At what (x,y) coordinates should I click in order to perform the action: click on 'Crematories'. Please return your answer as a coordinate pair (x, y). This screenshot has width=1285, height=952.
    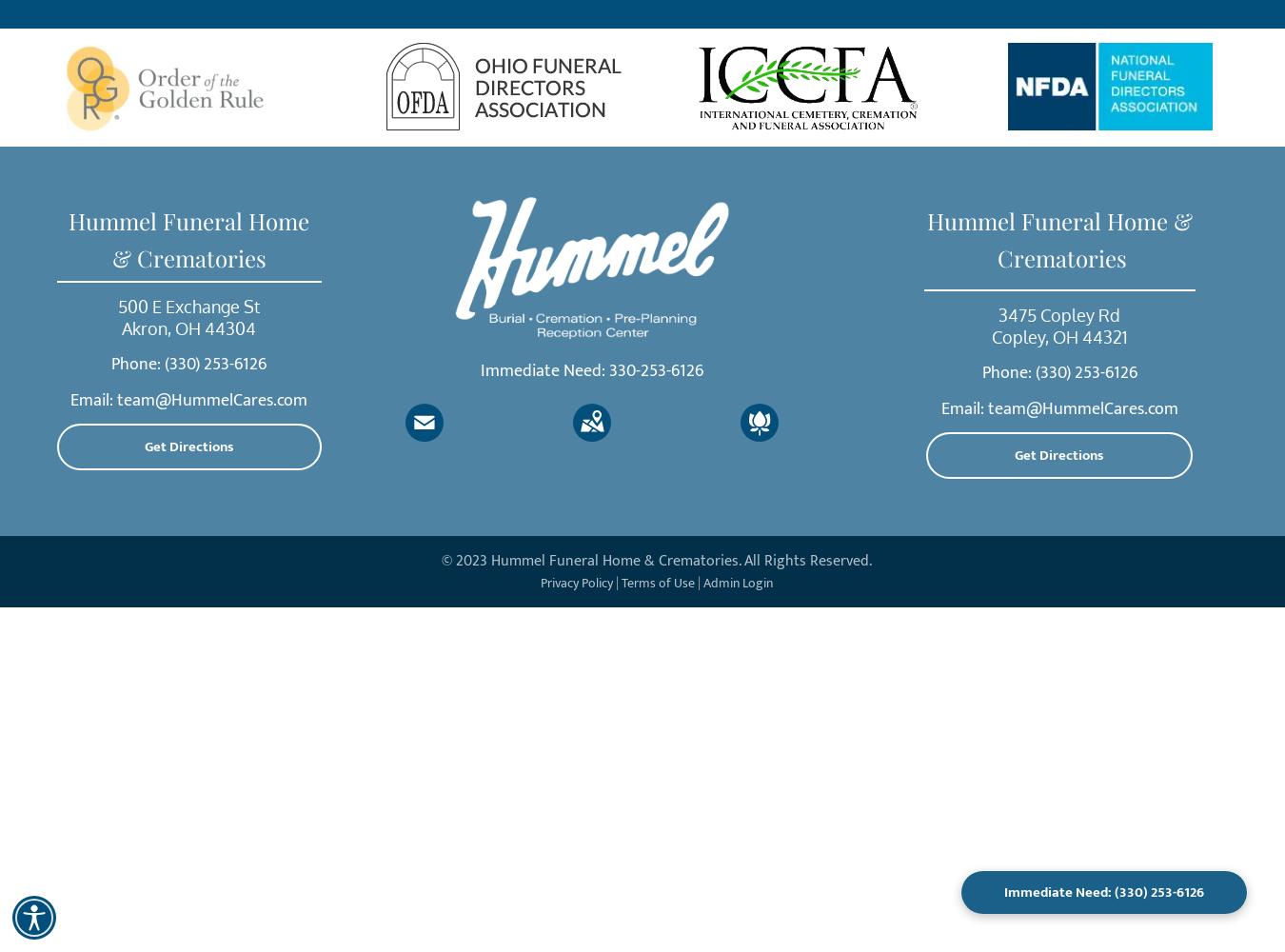
    Looking at the image, I should click on (1058, 258).